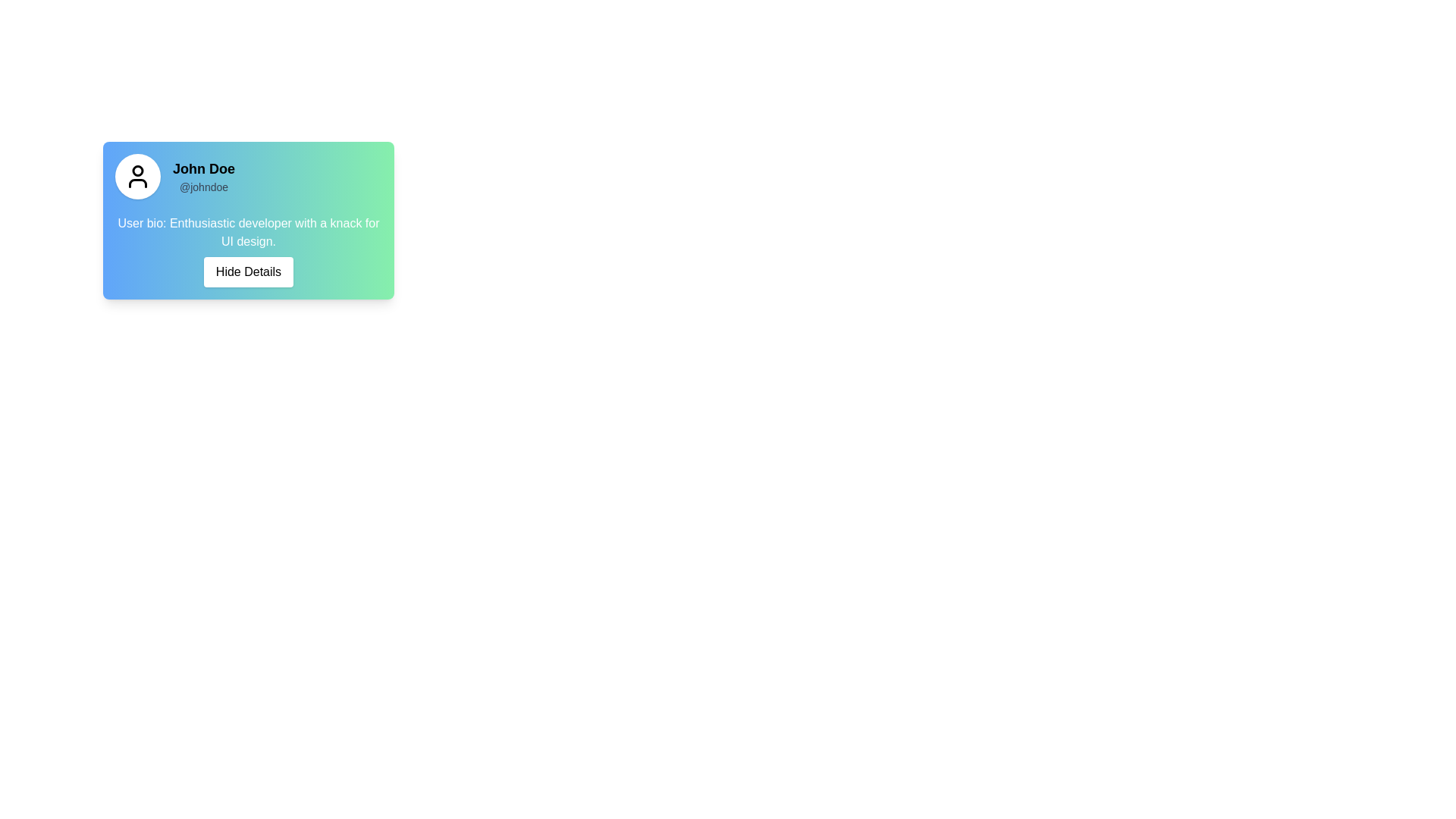 Image resolution: width=1456 pixels, height=819 pixels. What do you see at coordinates (138, 183) in the screenshot?
I see `the lower section of the user SVG icon, which resembles shoulders, to trigger any hover effects` at bounding box center [138, 183].